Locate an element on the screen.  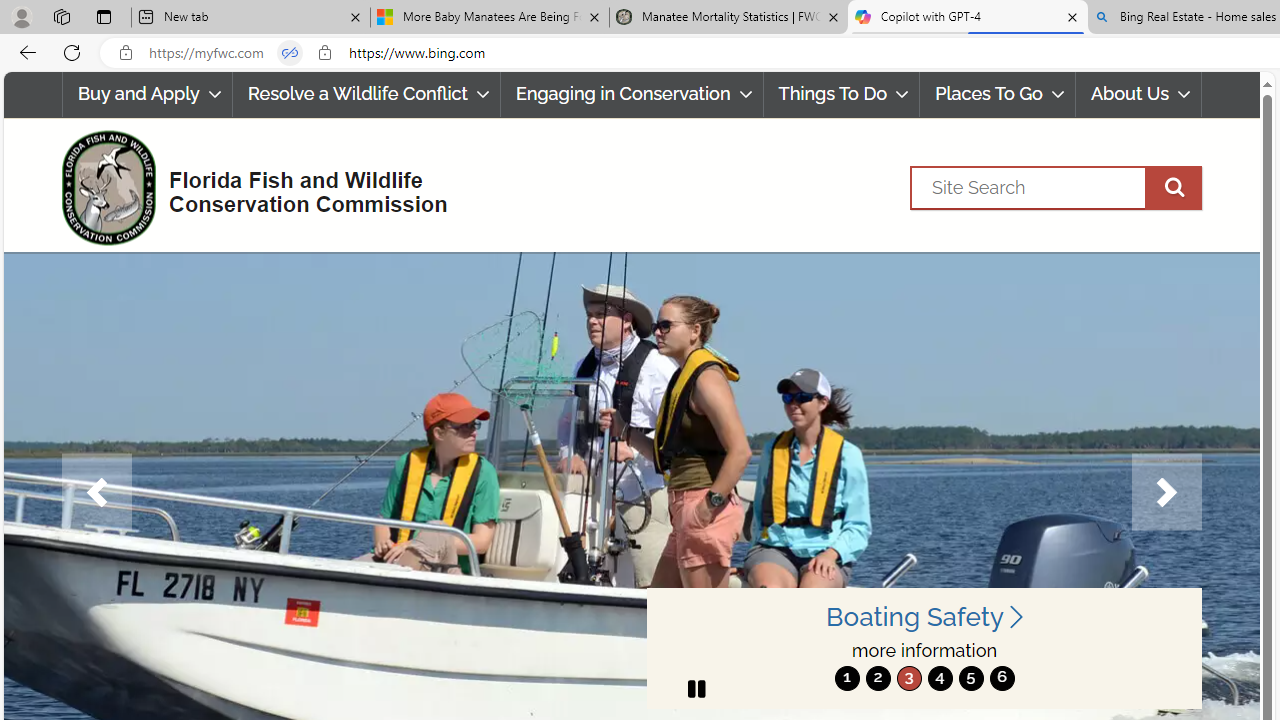
'5' is located at coordinates (970, 677).